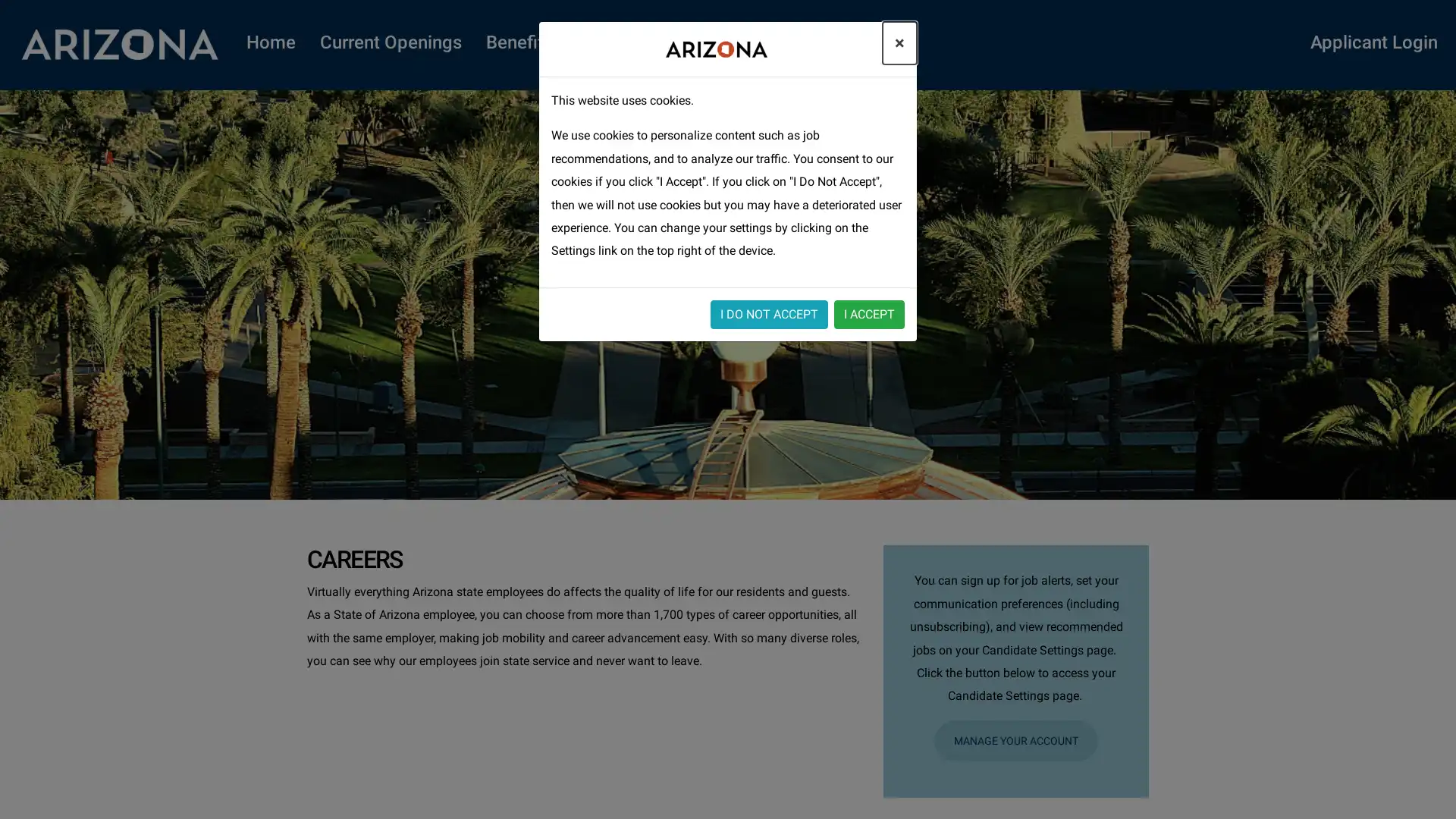  What do you see at coordinates (769, 312) in the screenshot?
I see `I DO NOT ACCEPT` at bounding box center [769, 312].